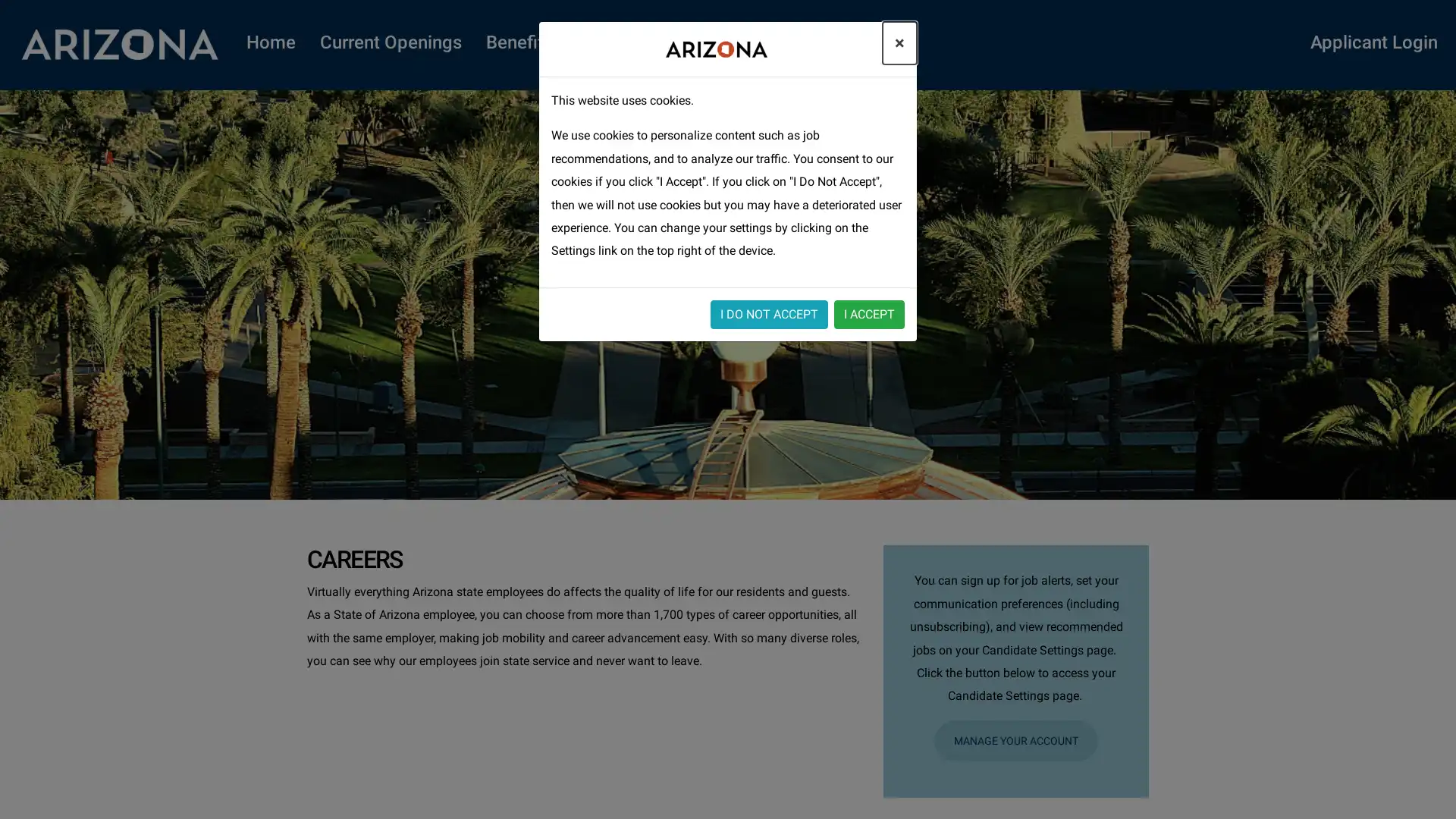  What do you see at coordinates (769, 312) in the screenshot?
I see `I DO NOT ACCEPT` at bounding box center [769, 312].